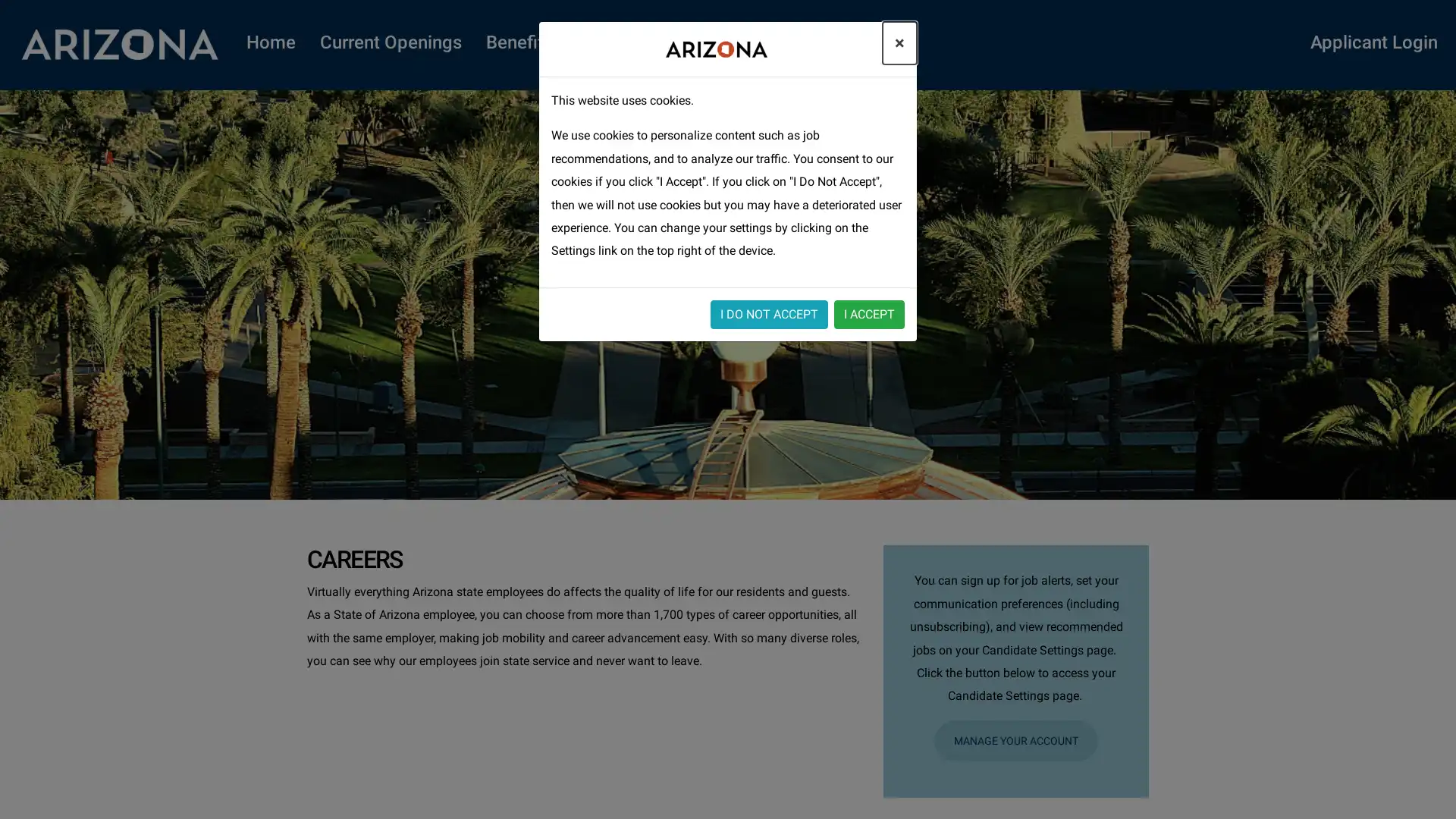  What do you see at coordinates (769, 312) in the screenshot?
I see `I DO NOT ACCEPT` at bounding box center [769, 312].